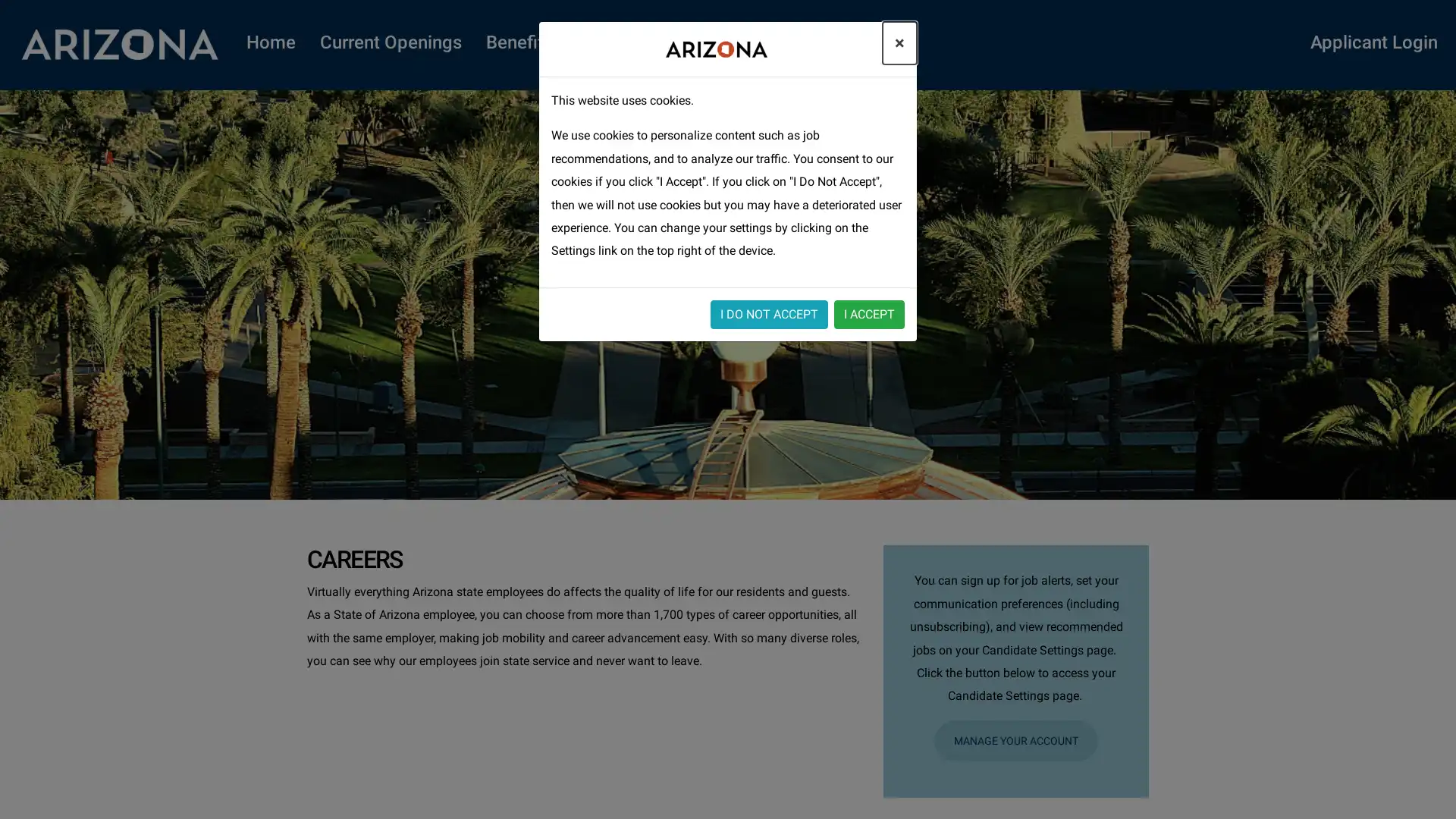  What do you see at coordinates (769, 312) in the screenshot?
I see `I DO NOT ACCEPT` at bounding box center [769, 312].